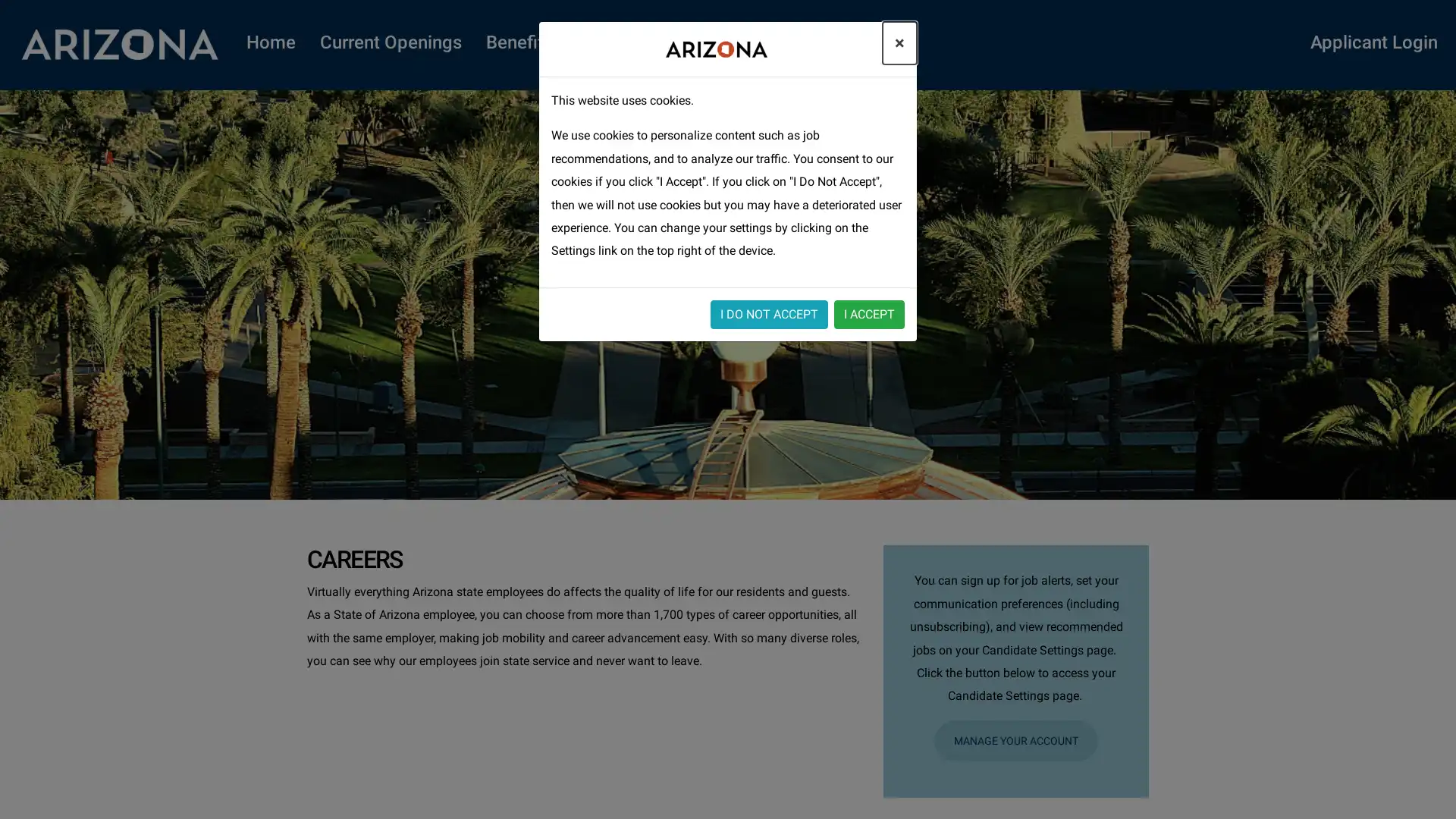  What do you see at coordinates (769, 312) in the screenshot?
I see `I DO NOT ACCEPT` at bounding box center [769, 312].